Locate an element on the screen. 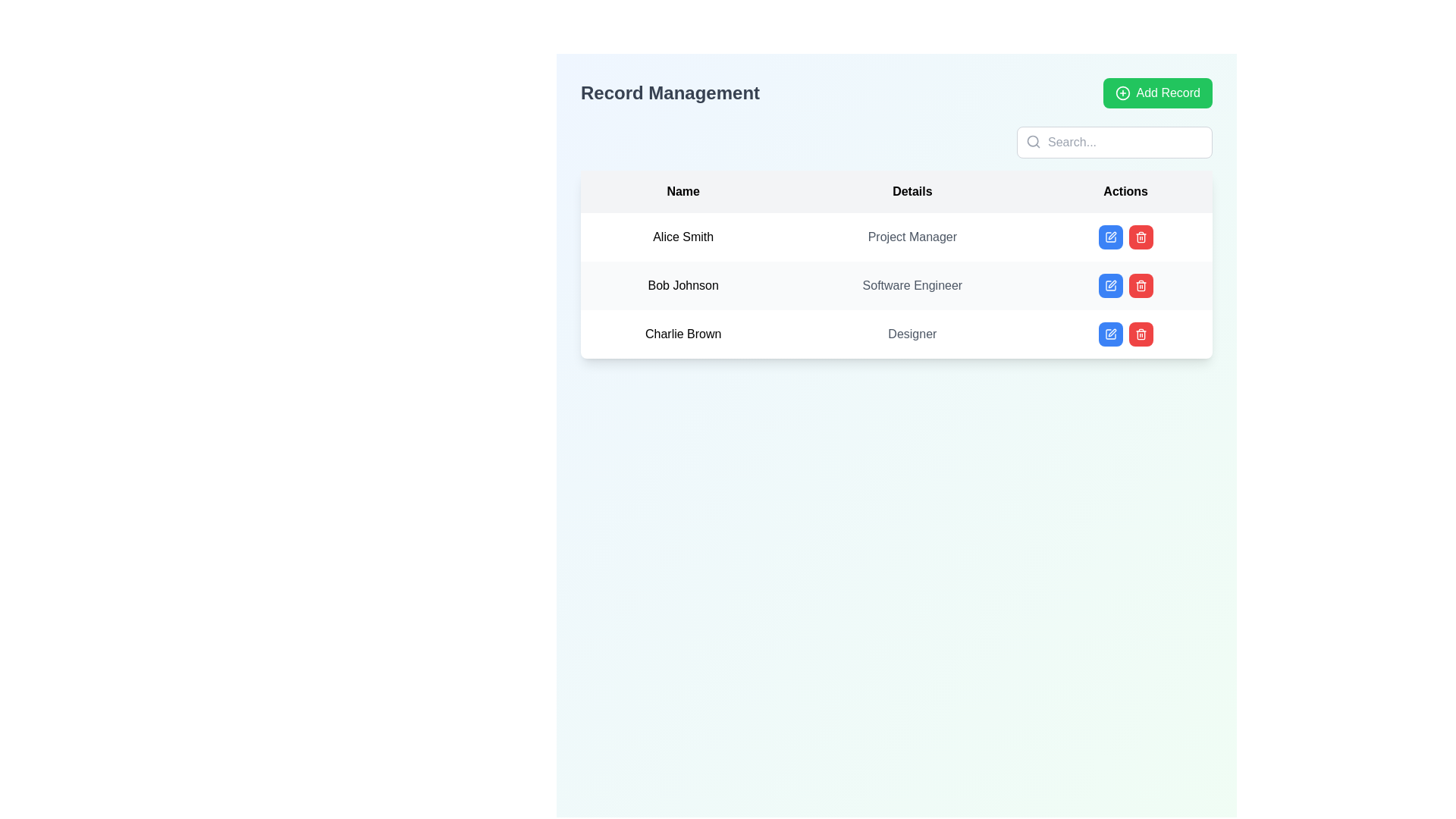  the 'Add Record' button which contains a circular icon with a plus sign in its center, located at the top-right corner of the interface is located at coordinates (1122, 93).